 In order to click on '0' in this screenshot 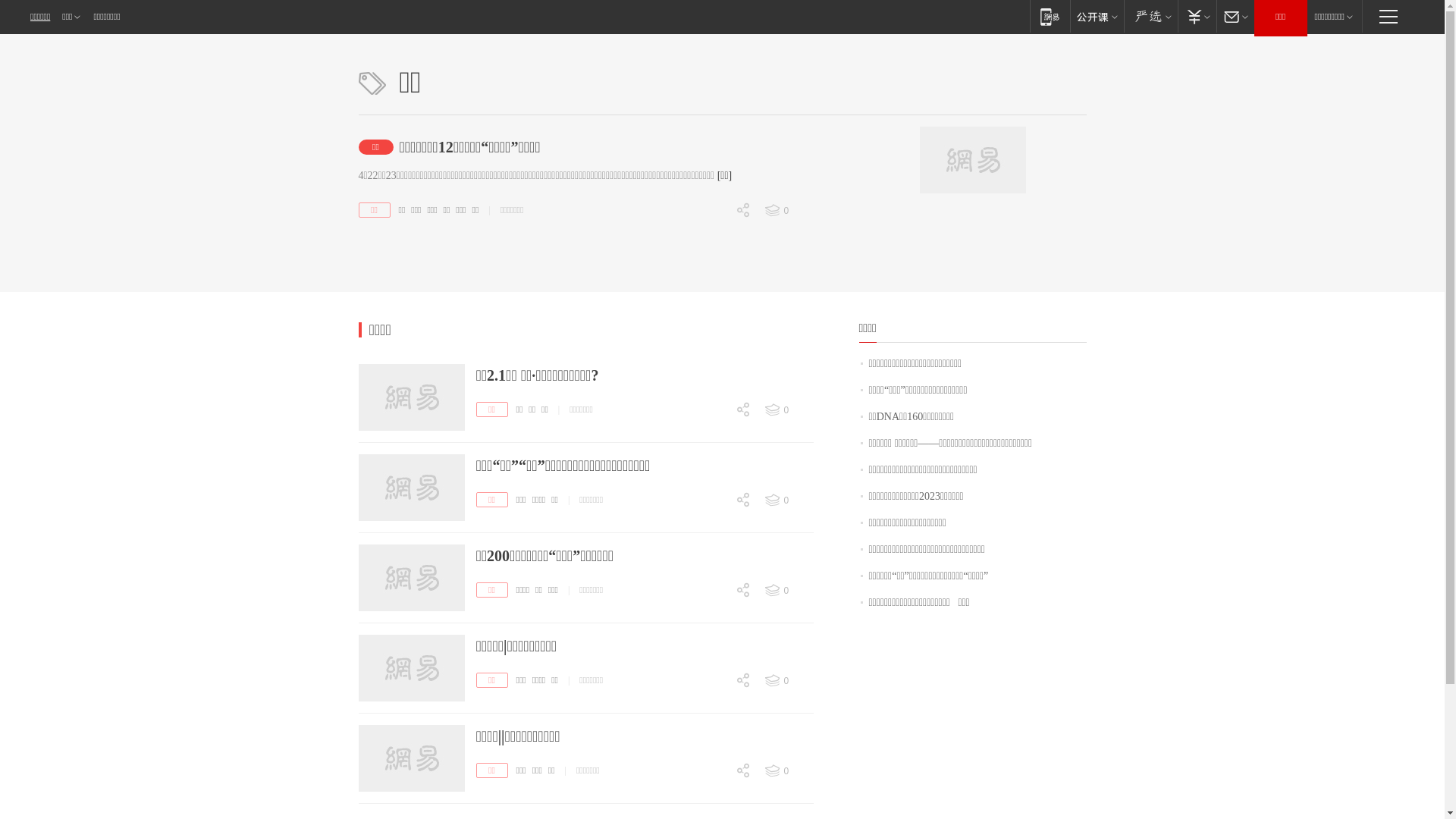, I will do `click(712, 760)`.